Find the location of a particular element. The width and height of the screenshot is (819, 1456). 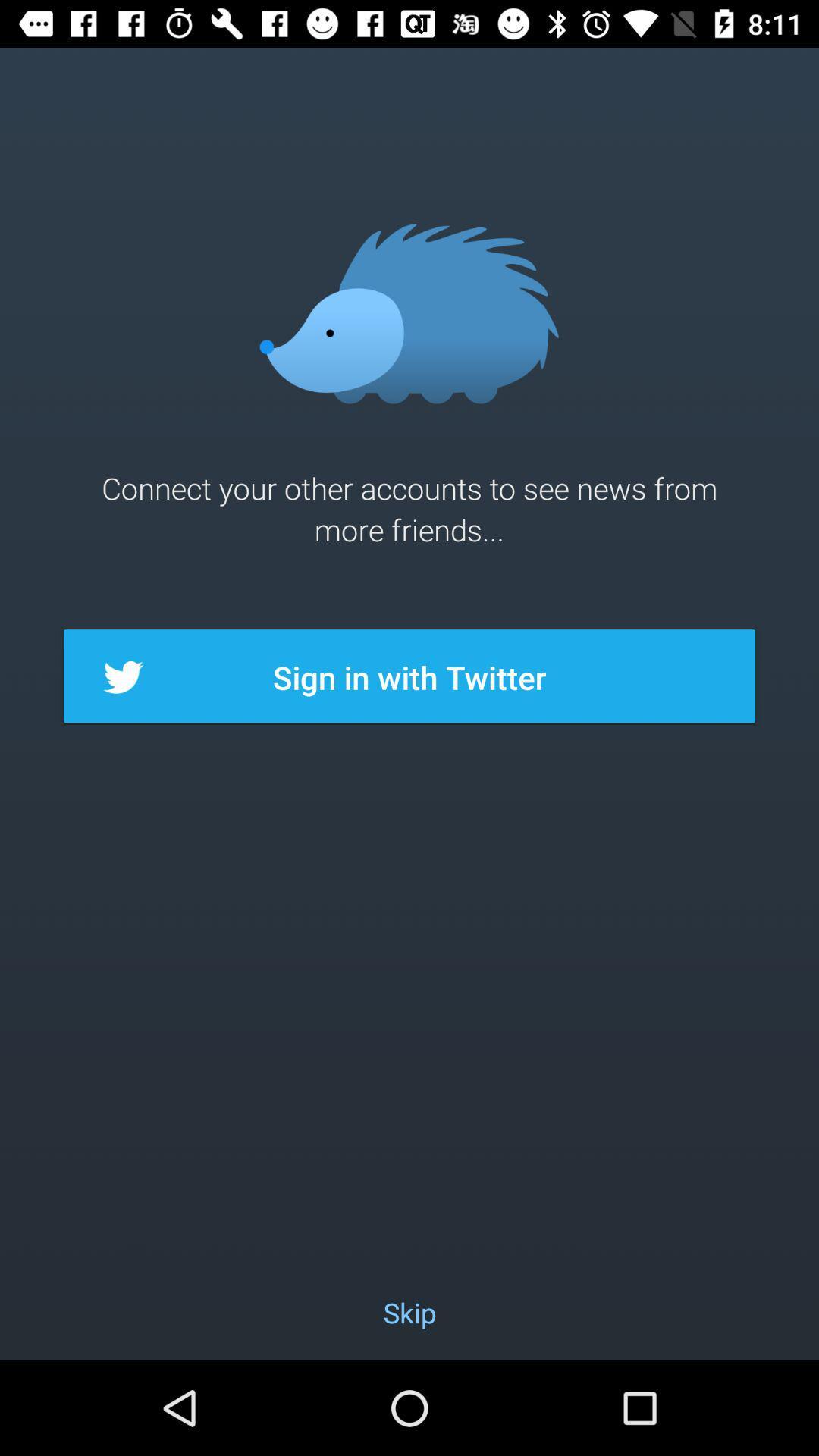

icon below sign in with item is located at coordinates (409, 1312).